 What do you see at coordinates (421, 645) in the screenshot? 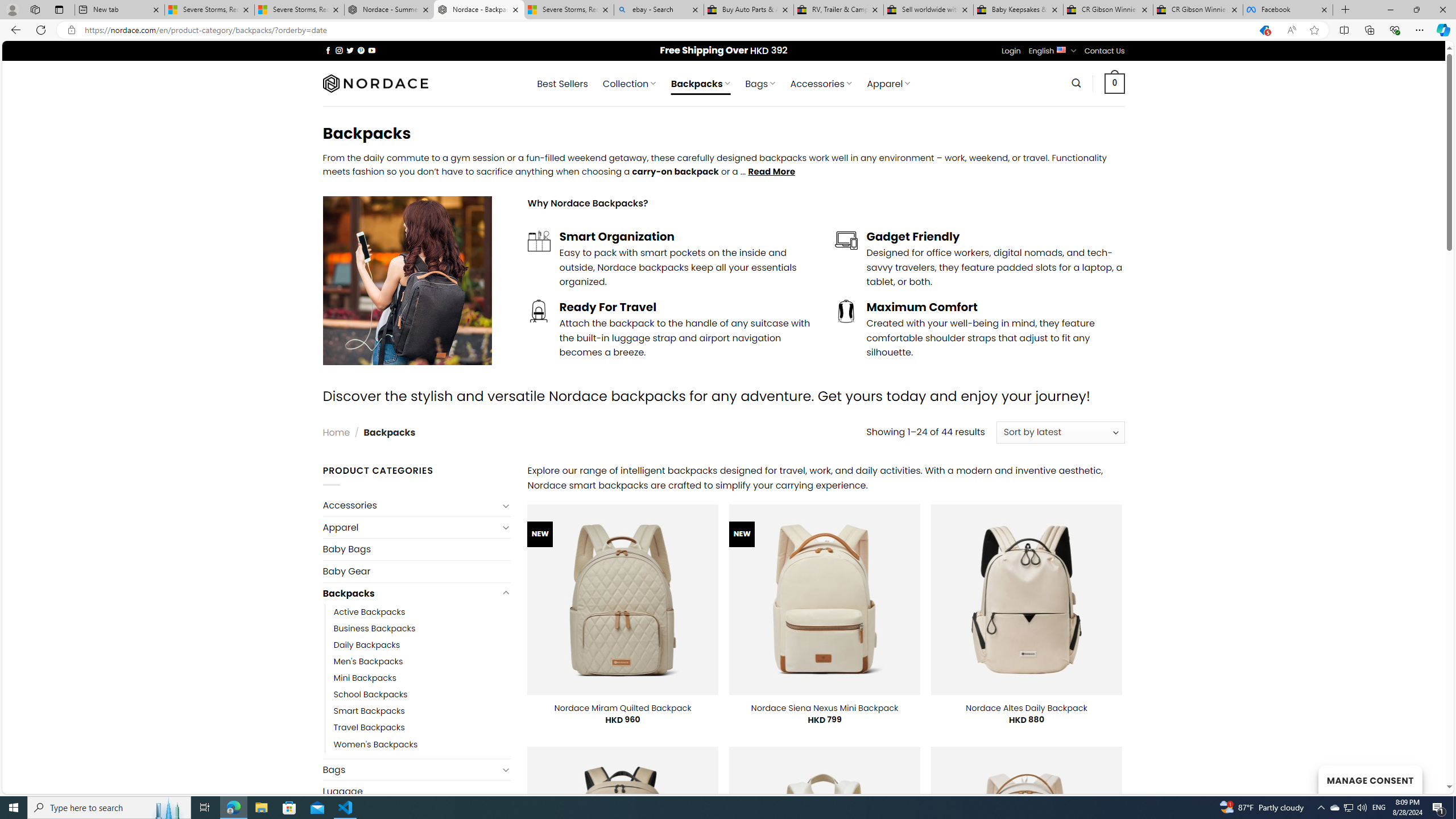
I see `'Daily Backpacks'` at bounding box center [421, 645].